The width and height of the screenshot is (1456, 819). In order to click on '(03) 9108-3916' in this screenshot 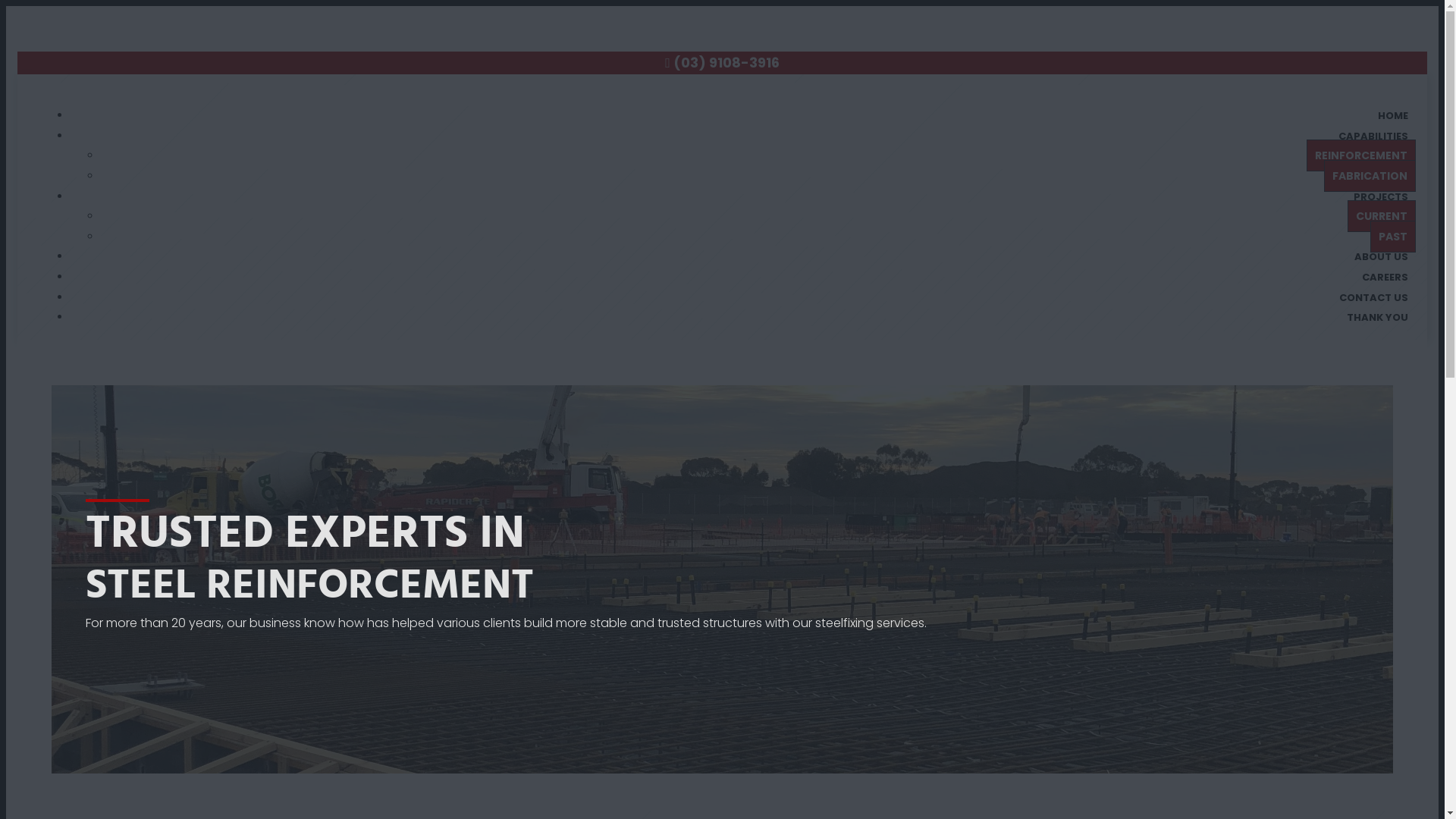, I will do `click(673, 61)`.